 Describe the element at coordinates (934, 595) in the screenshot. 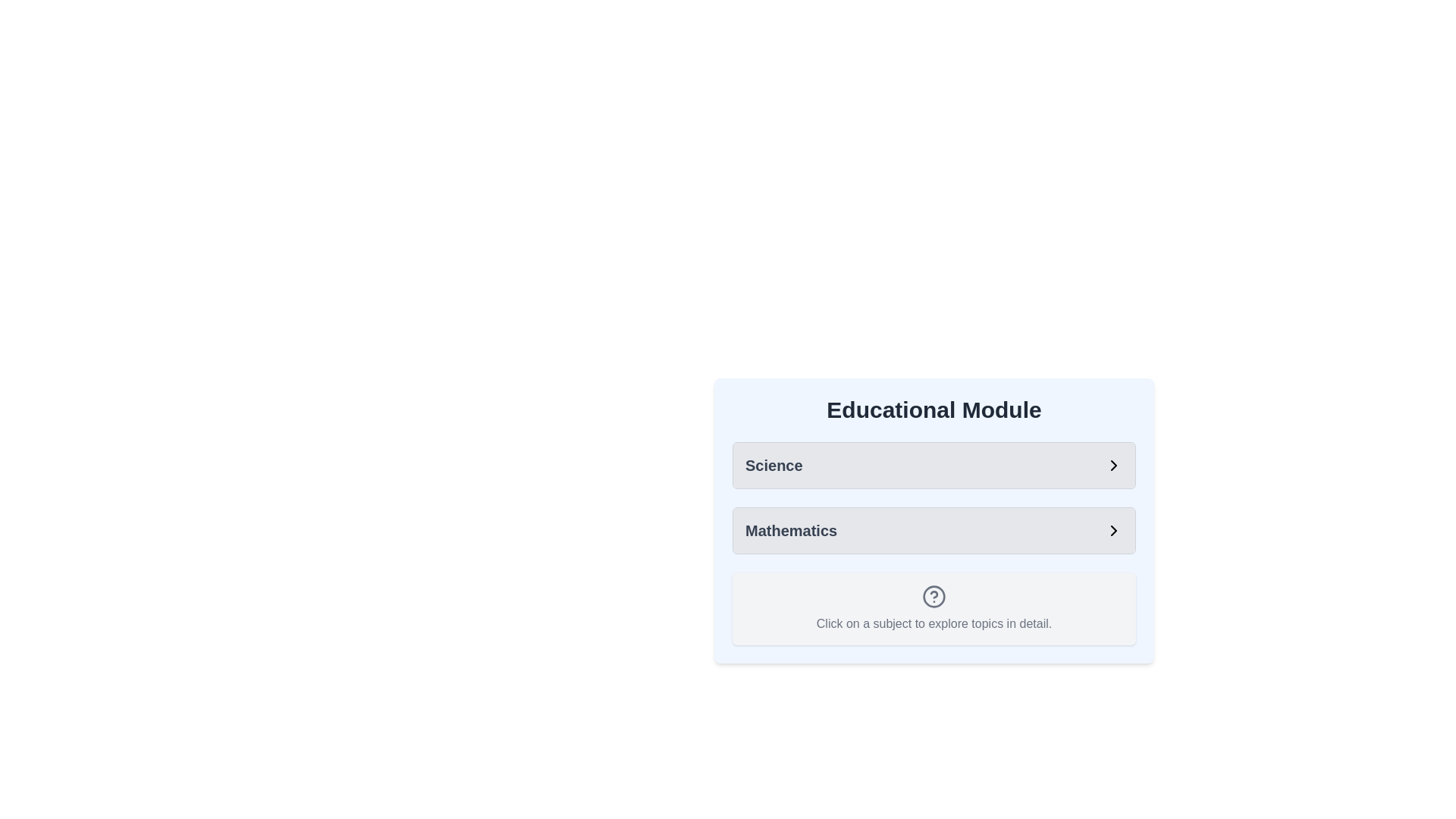

I see `the help icon located at the center of the notification box below the 'Mathematics' button` at that location.